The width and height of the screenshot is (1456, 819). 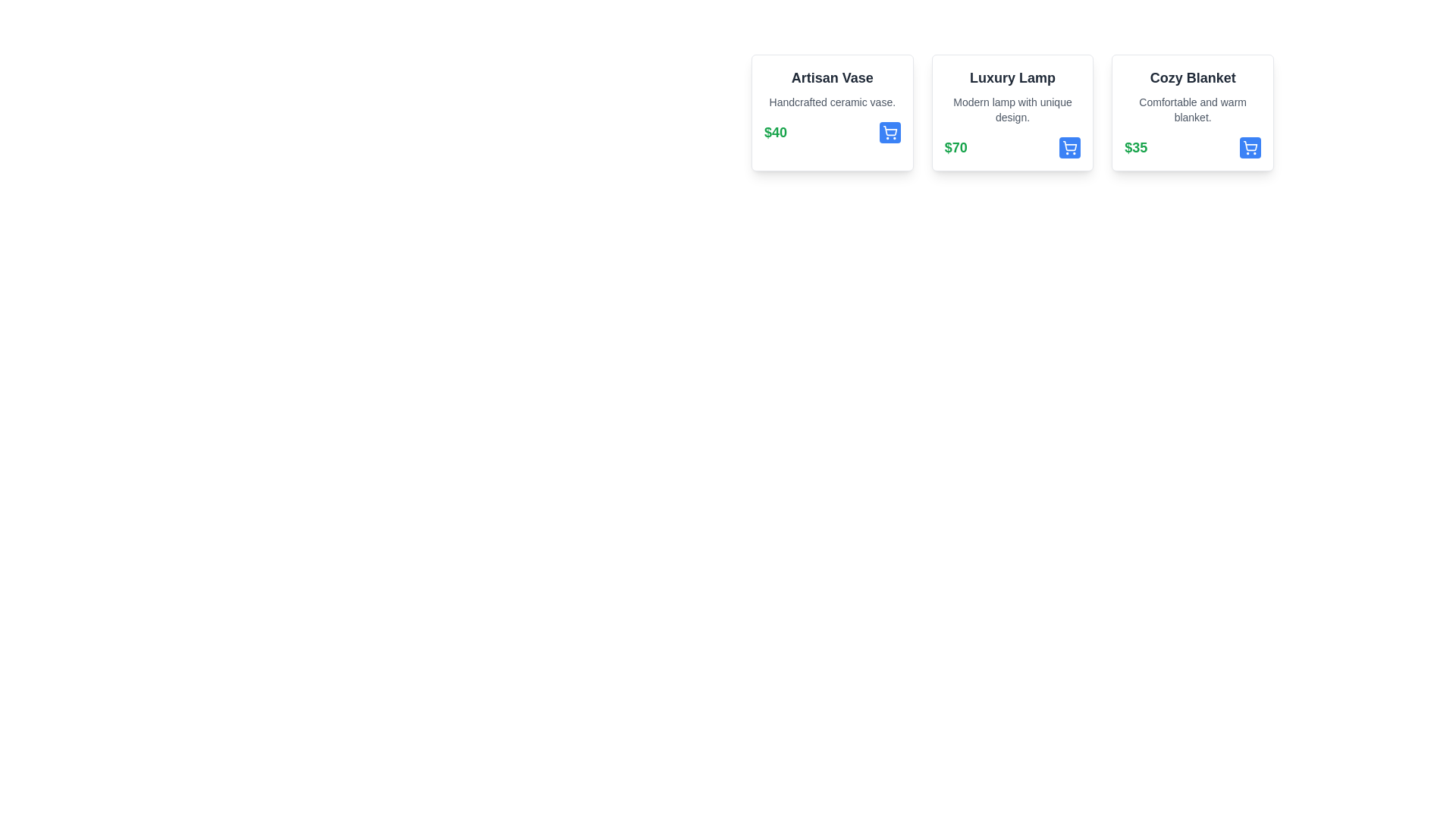 What do you see at coordinates (1012, 78) in the screenshot?
I see `text content of the bolded label reading 'Luxury Lamp' located at the top of the middle card in the interface` at bounding box center [1012, 78].